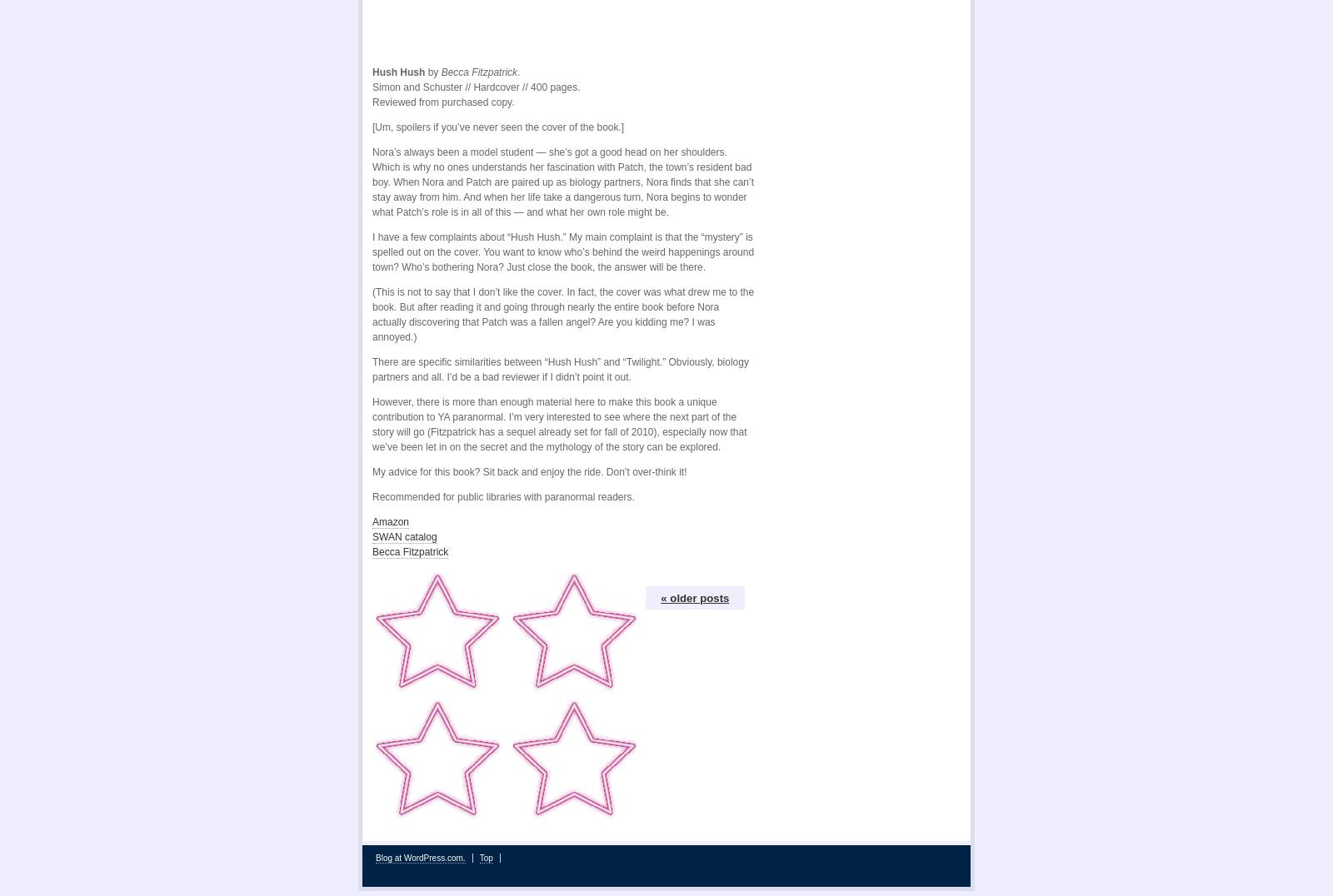 The width and height of the screenshot is (1333, 896). Describe the element at coordinates (419, 852) in the screenshot. I see `'Blog at WordPress.com.'` at that location.